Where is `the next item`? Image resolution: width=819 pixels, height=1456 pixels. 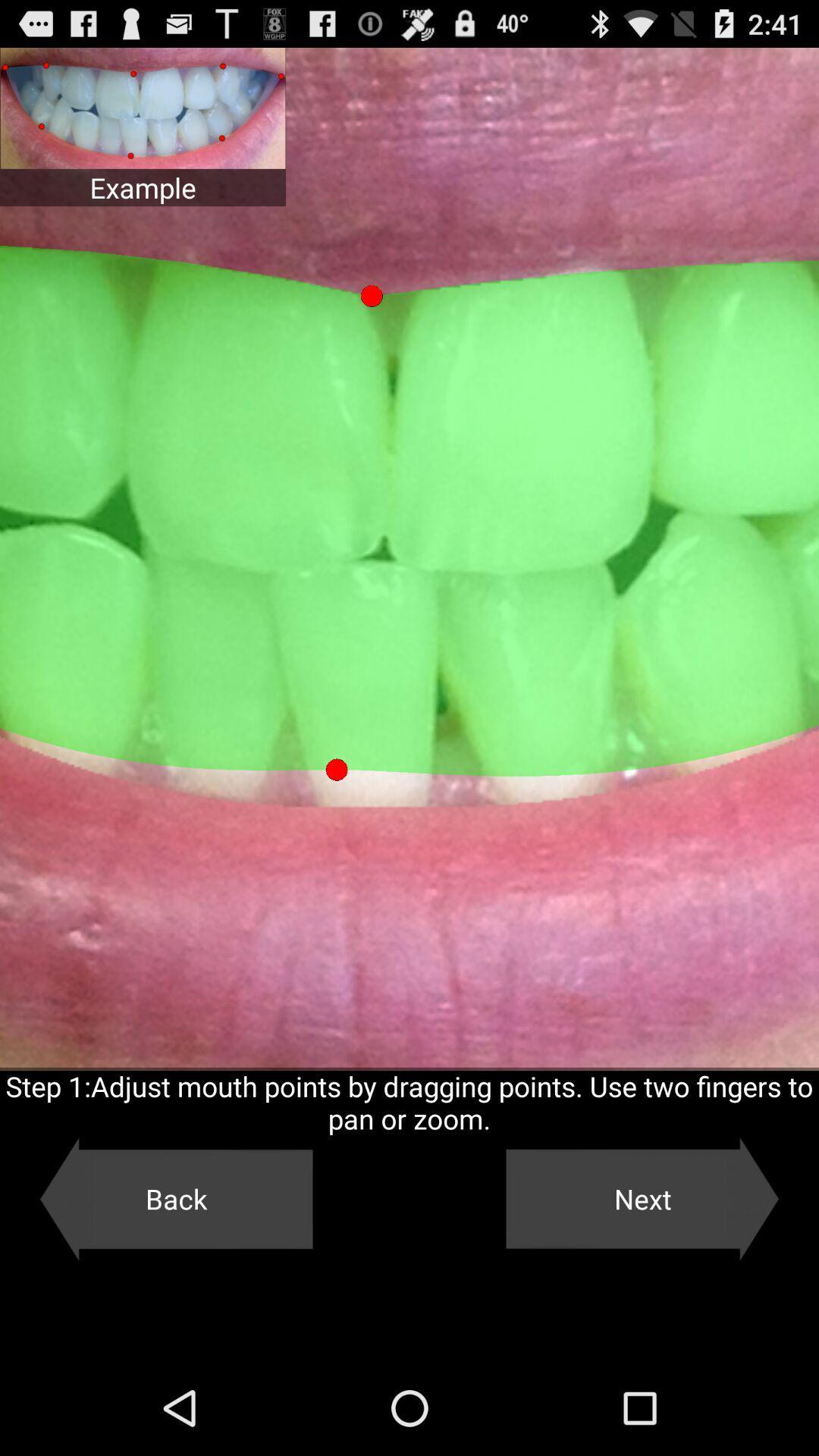
the next item is located at coordinates (642, 1198).